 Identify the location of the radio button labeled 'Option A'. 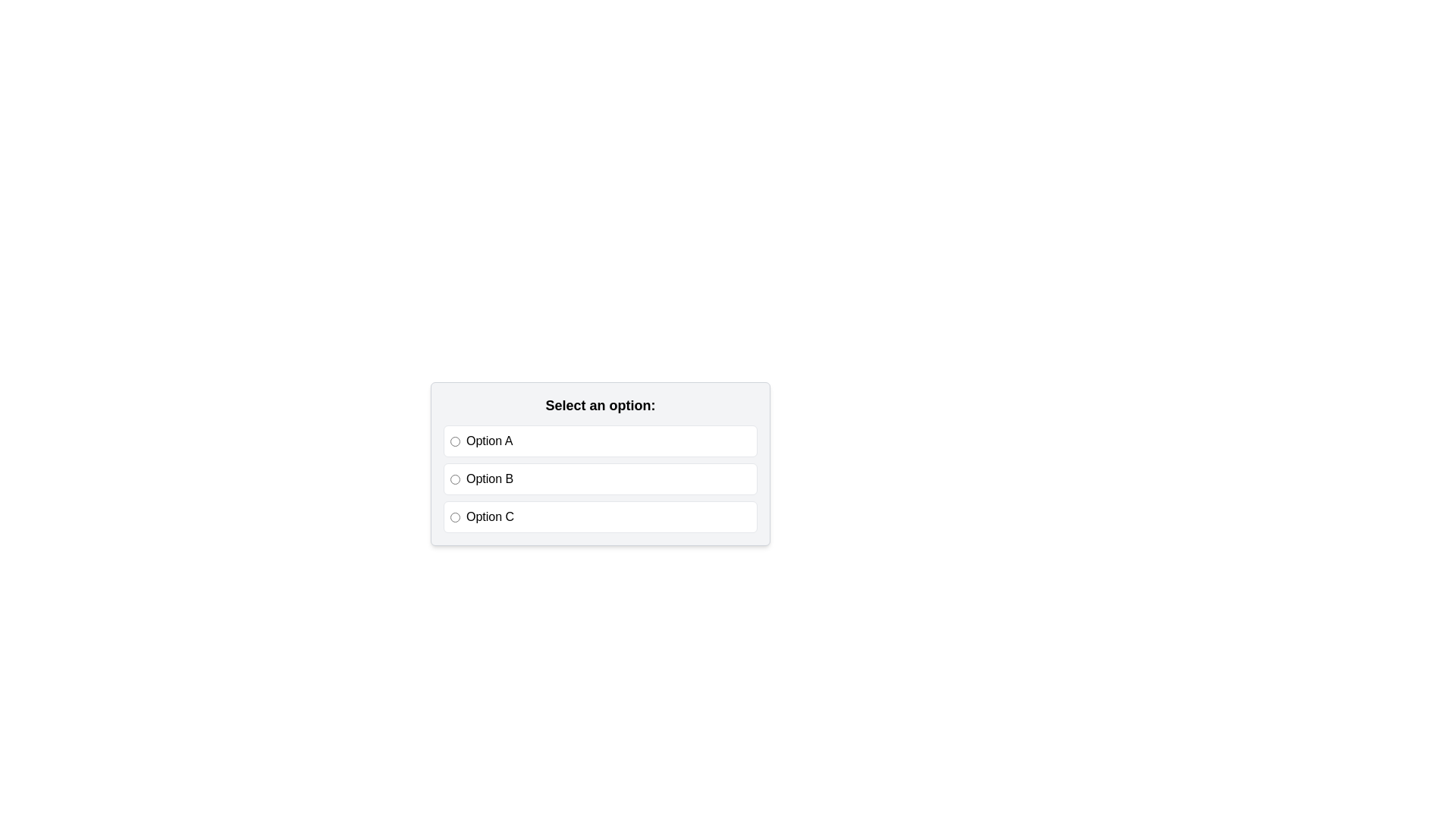
(454, 441).